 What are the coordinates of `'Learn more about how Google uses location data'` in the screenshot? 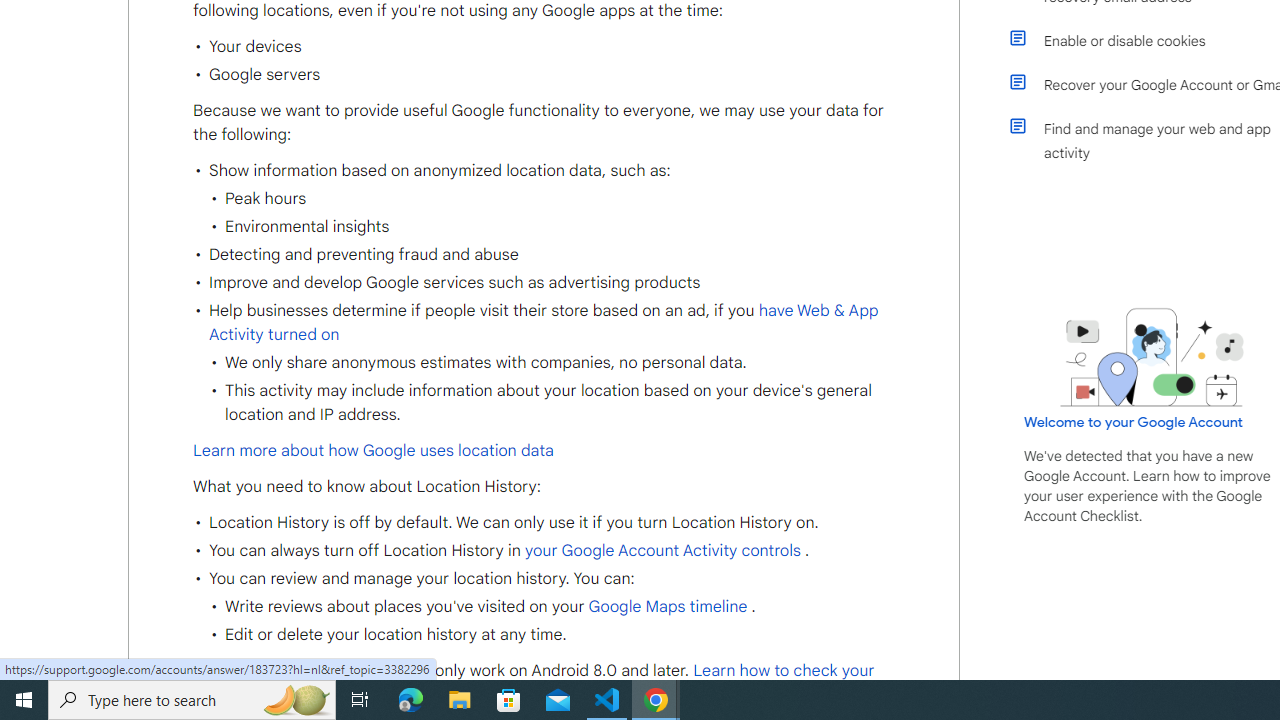 It's located at (373, 450).